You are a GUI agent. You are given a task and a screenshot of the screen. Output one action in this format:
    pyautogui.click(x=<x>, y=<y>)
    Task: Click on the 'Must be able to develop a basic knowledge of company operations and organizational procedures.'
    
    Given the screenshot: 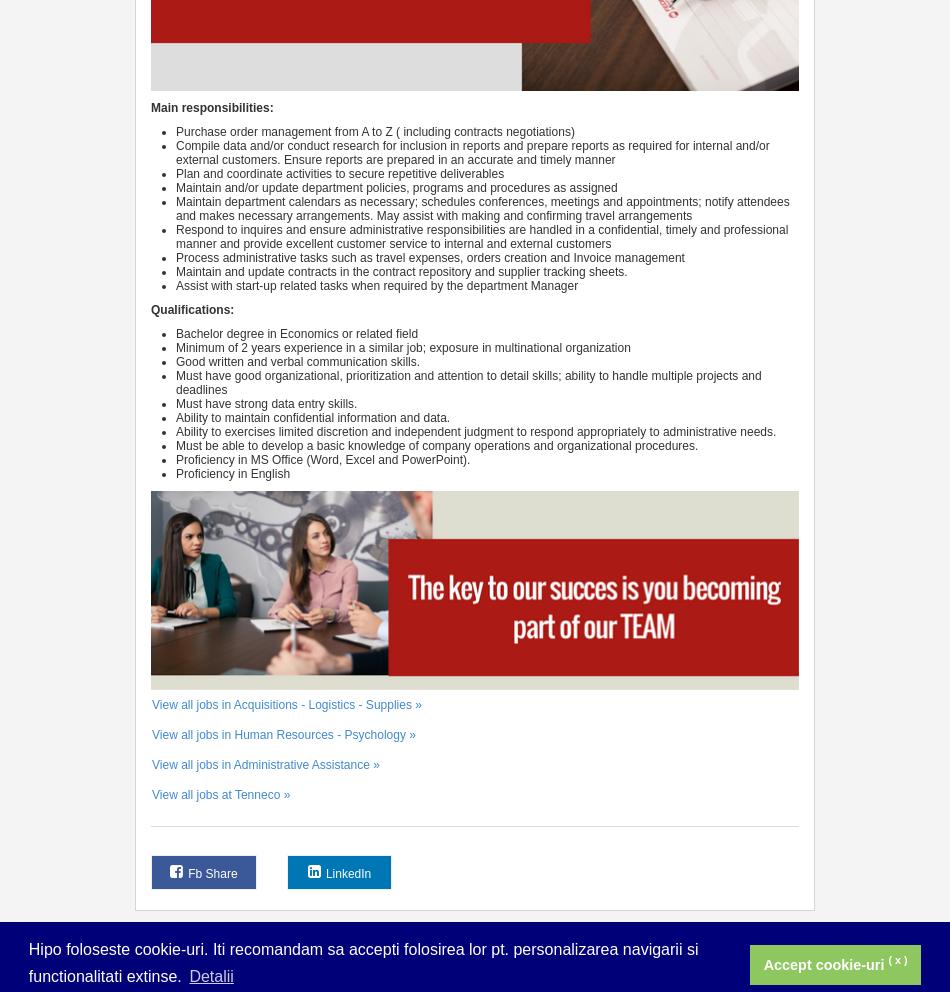 What is the action you would take?
    pyautogui.click(x=436, y=444)
    